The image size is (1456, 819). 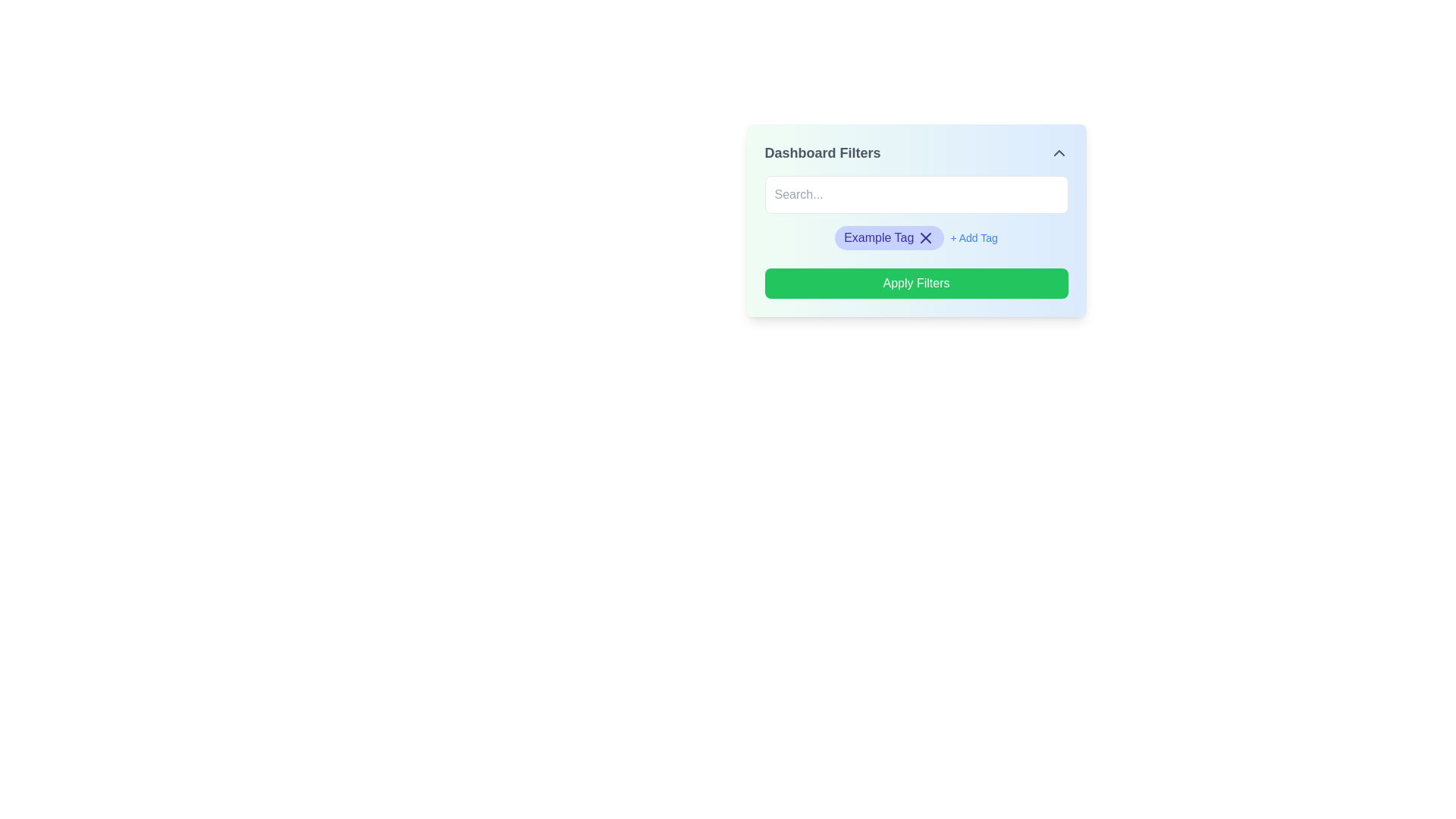 What do you see at coordinates (925, 237) in the screenshot?
I see `the delete icon located to the right of the 'Example Tag' text within the tag-like user interface` at bounding box center [925, 237].